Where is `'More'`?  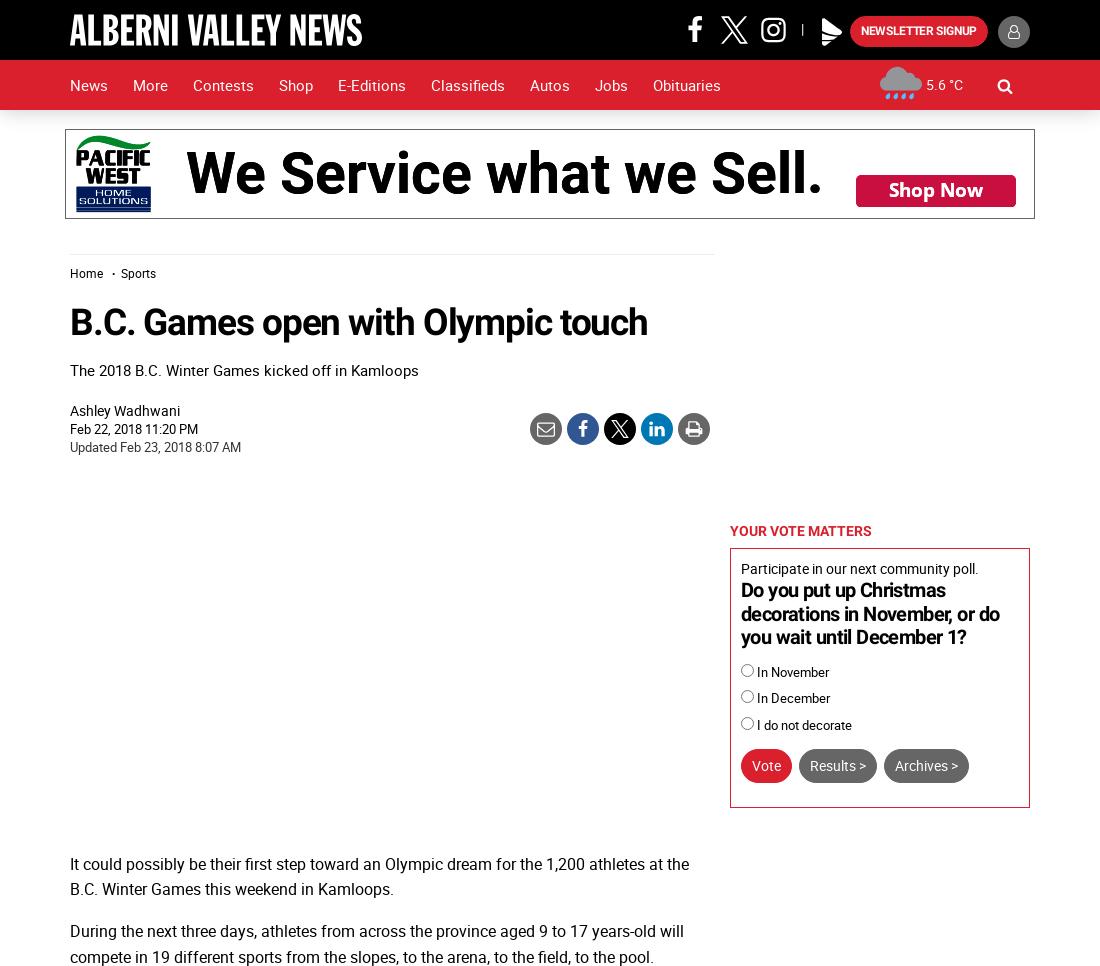
'More' is located at coordinates (149, 84).